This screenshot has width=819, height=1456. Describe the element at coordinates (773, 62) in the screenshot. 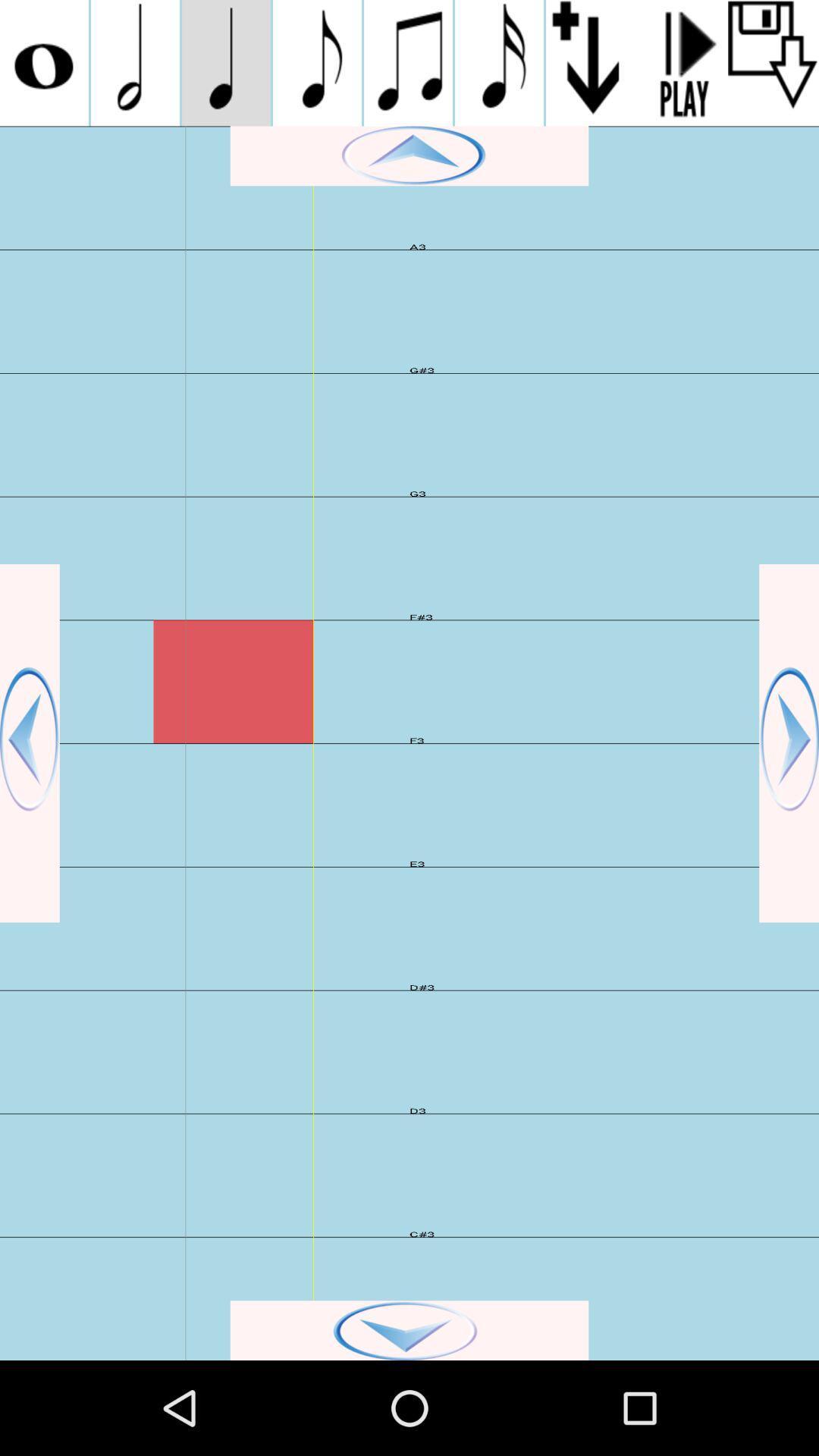

I see `button` at that location.